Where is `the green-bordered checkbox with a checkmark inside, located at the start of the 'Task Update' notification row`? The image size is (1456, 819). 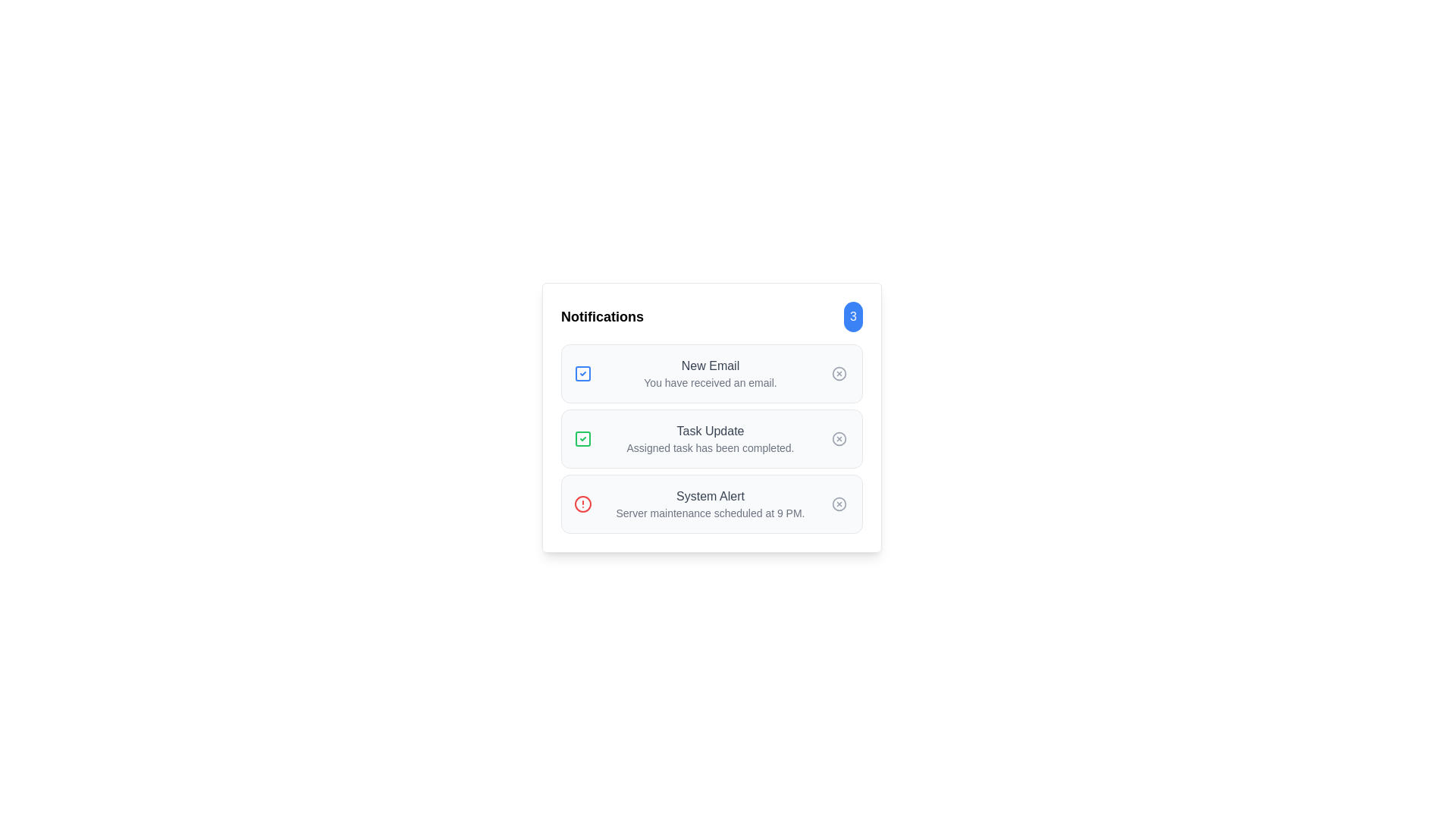 the green-bordered checkbox with a checkmark inside, located at the start of the 'Task Update' notification row is located at coordinates (582, 438).